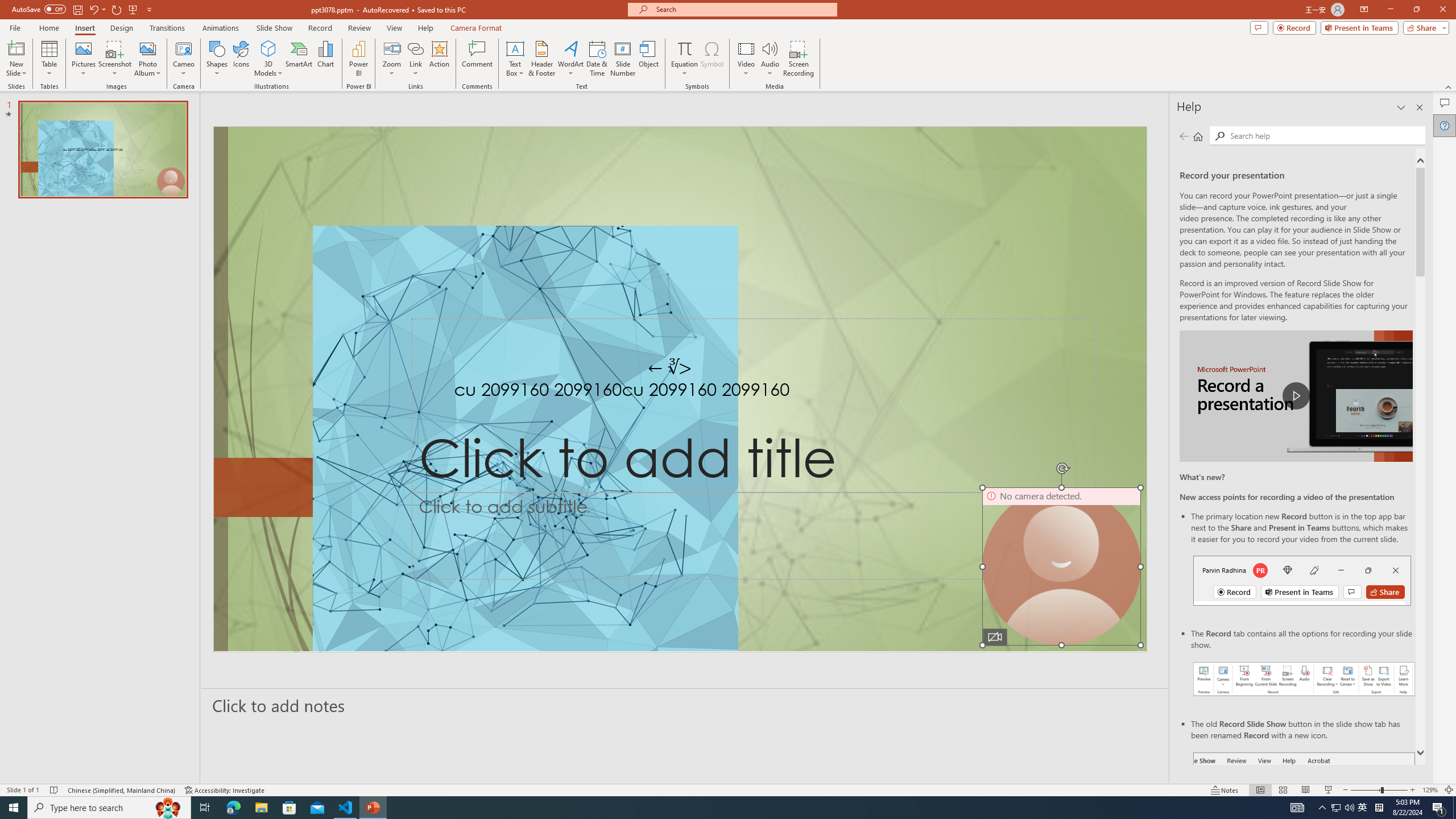 This screenshot has width=1456, height=819. Describe the element at coordinates (415, 59) in the screenshot. I see `'Link'` at that location.